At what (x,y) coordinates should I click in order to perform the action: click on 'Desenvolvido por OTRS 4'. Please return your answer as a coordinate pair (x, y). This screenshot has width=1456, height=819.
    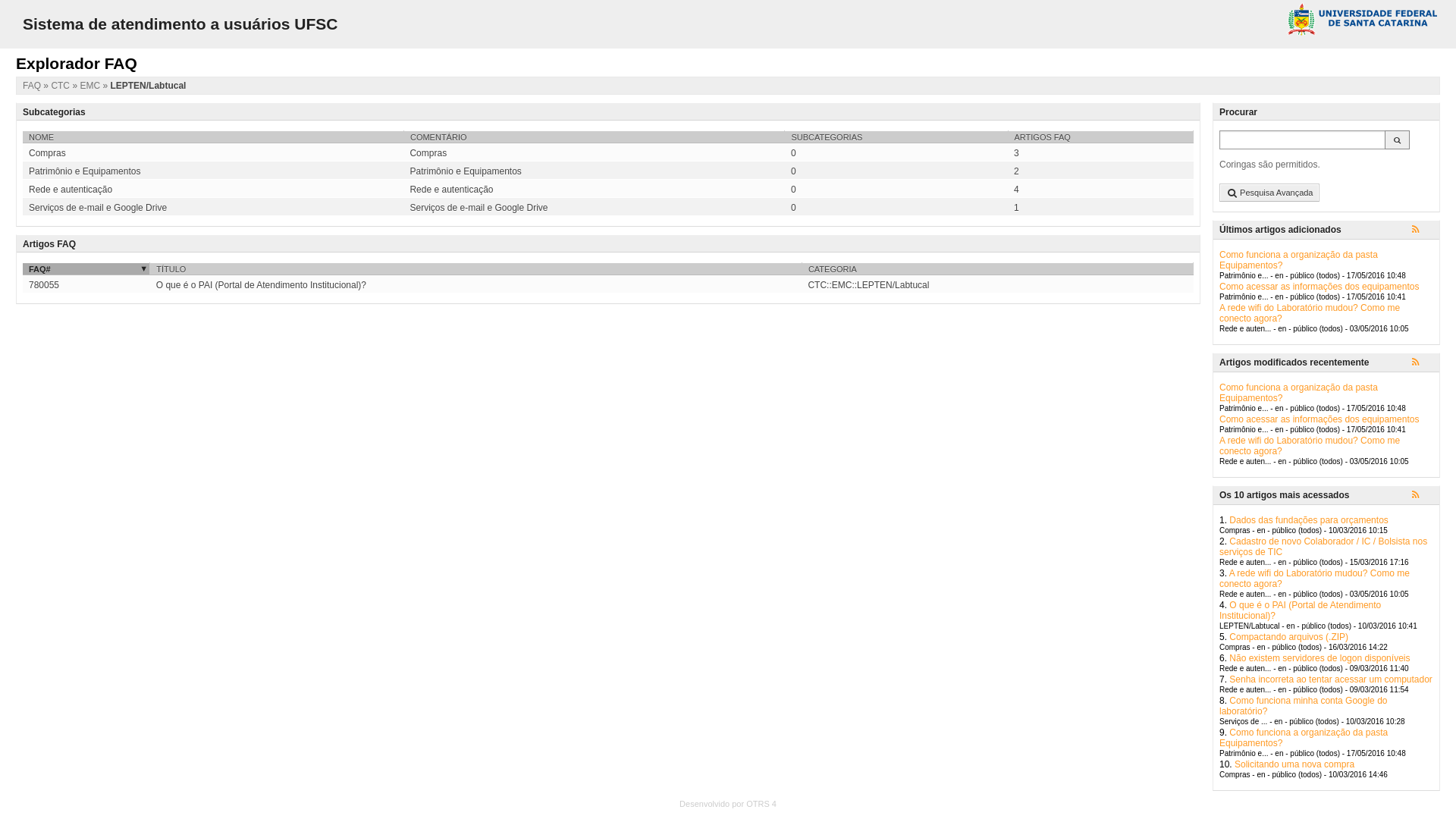
    Looking at the image, I should click on (728, 803).